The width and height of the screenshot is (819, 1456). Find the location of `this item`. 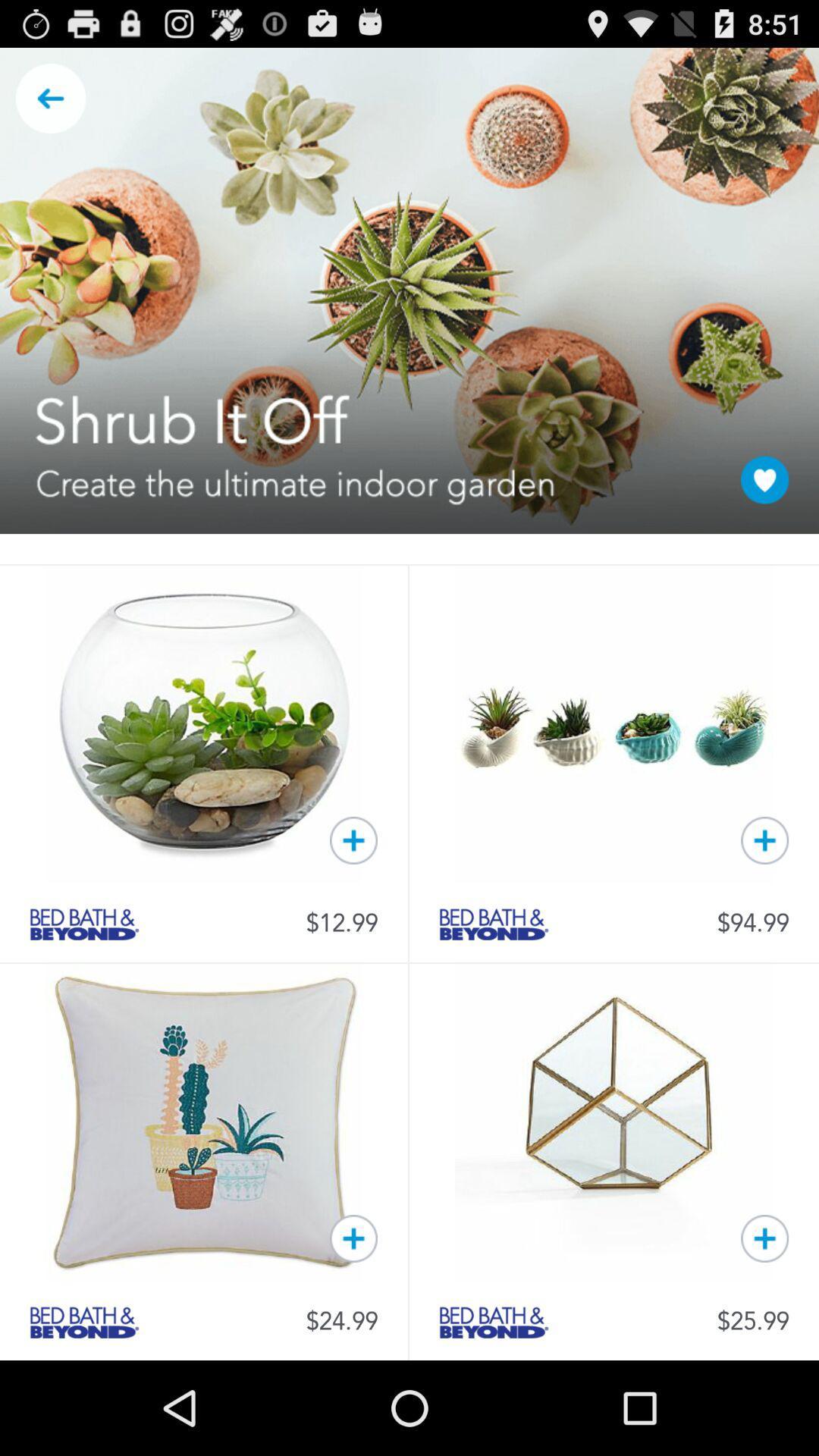

this item is located at coordinates (764, 839).